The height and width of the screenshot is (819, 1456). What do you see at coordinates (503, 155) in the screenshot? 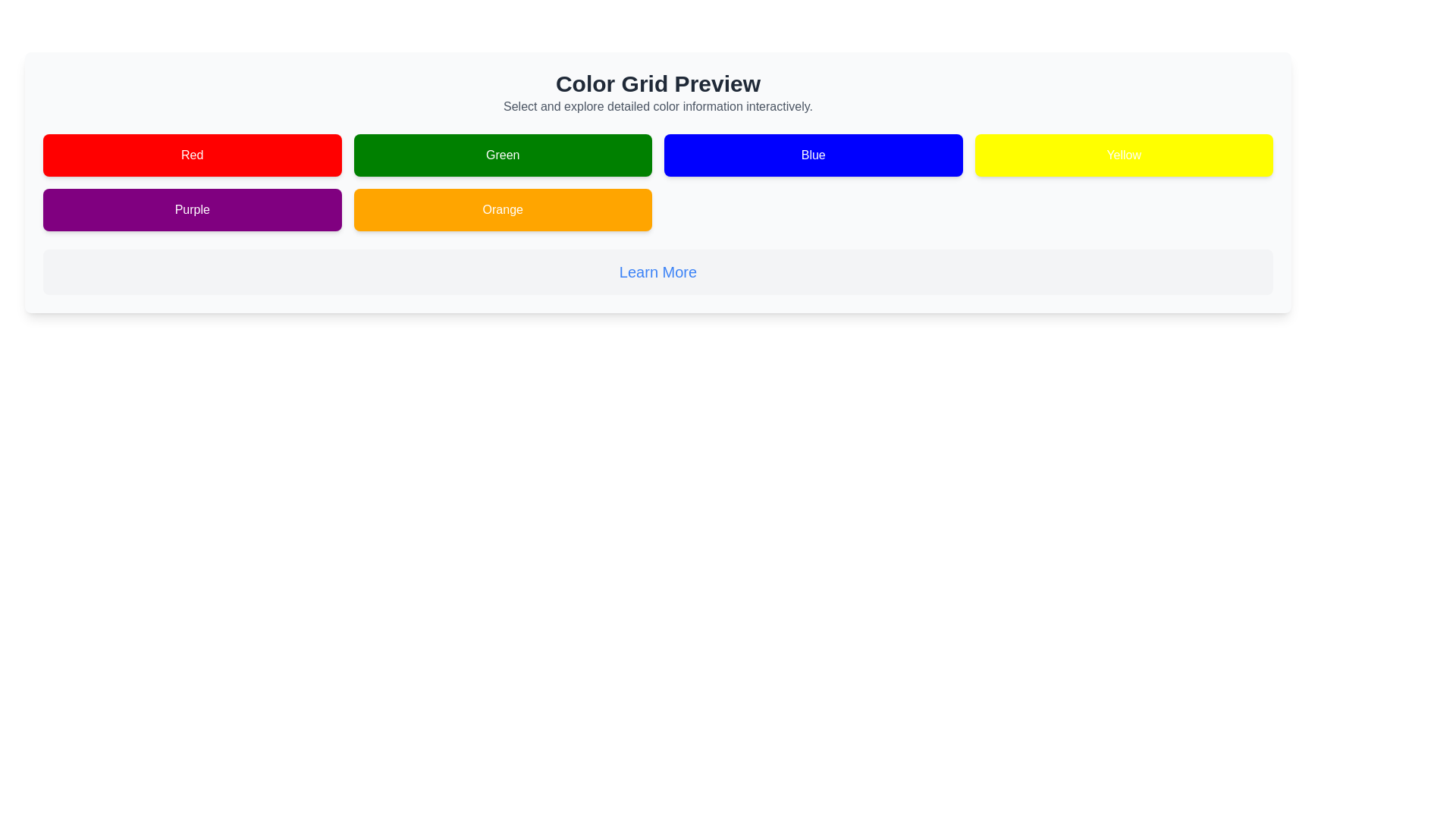
I see `the rectangular green button labeled 'Green'` at bounding box center [503, 155].